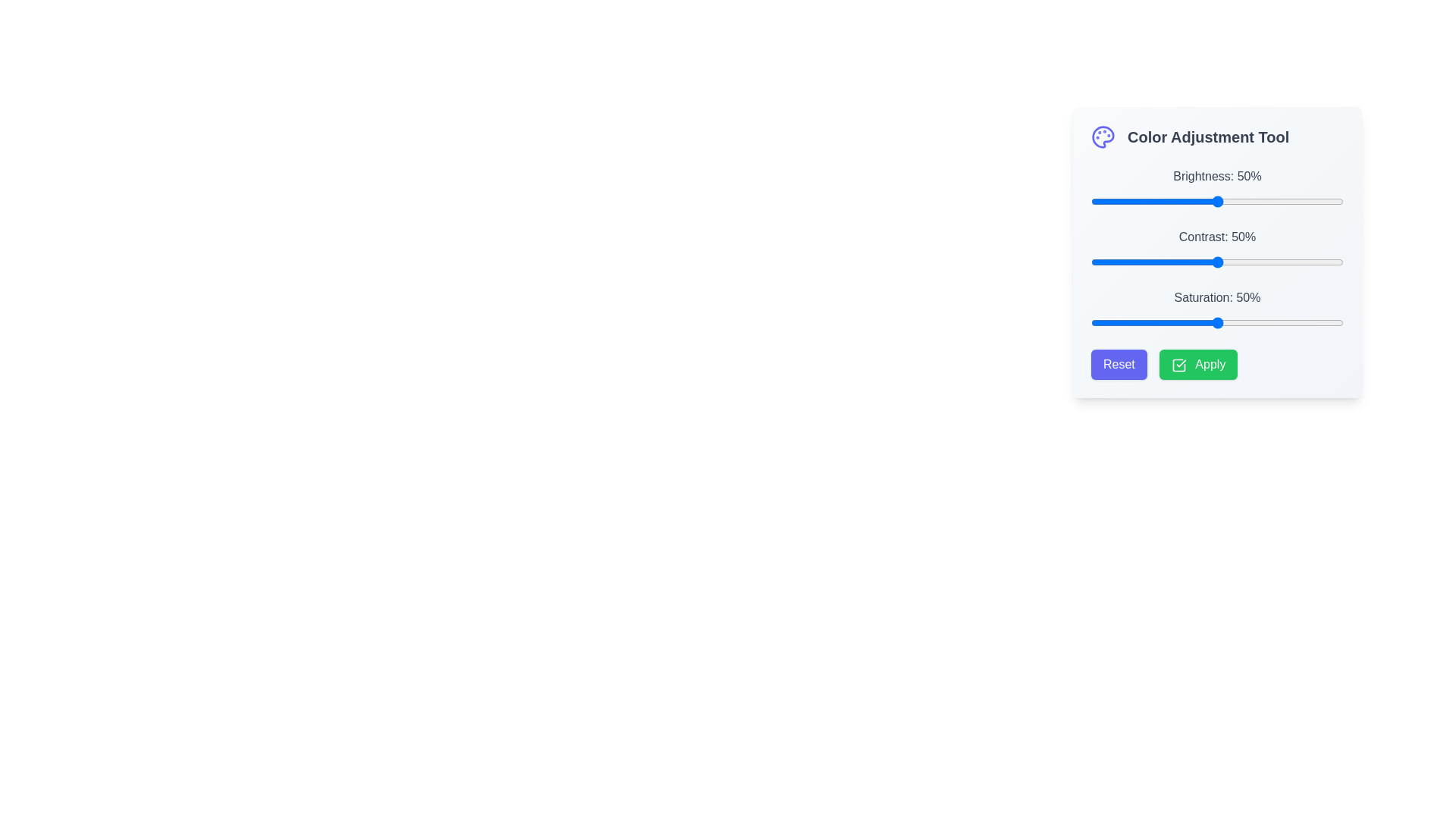 This screenshot has width=1456, height=819. Describe the element at coordinates (1232, 322) in the screenshot. I see `the slider` at that location.